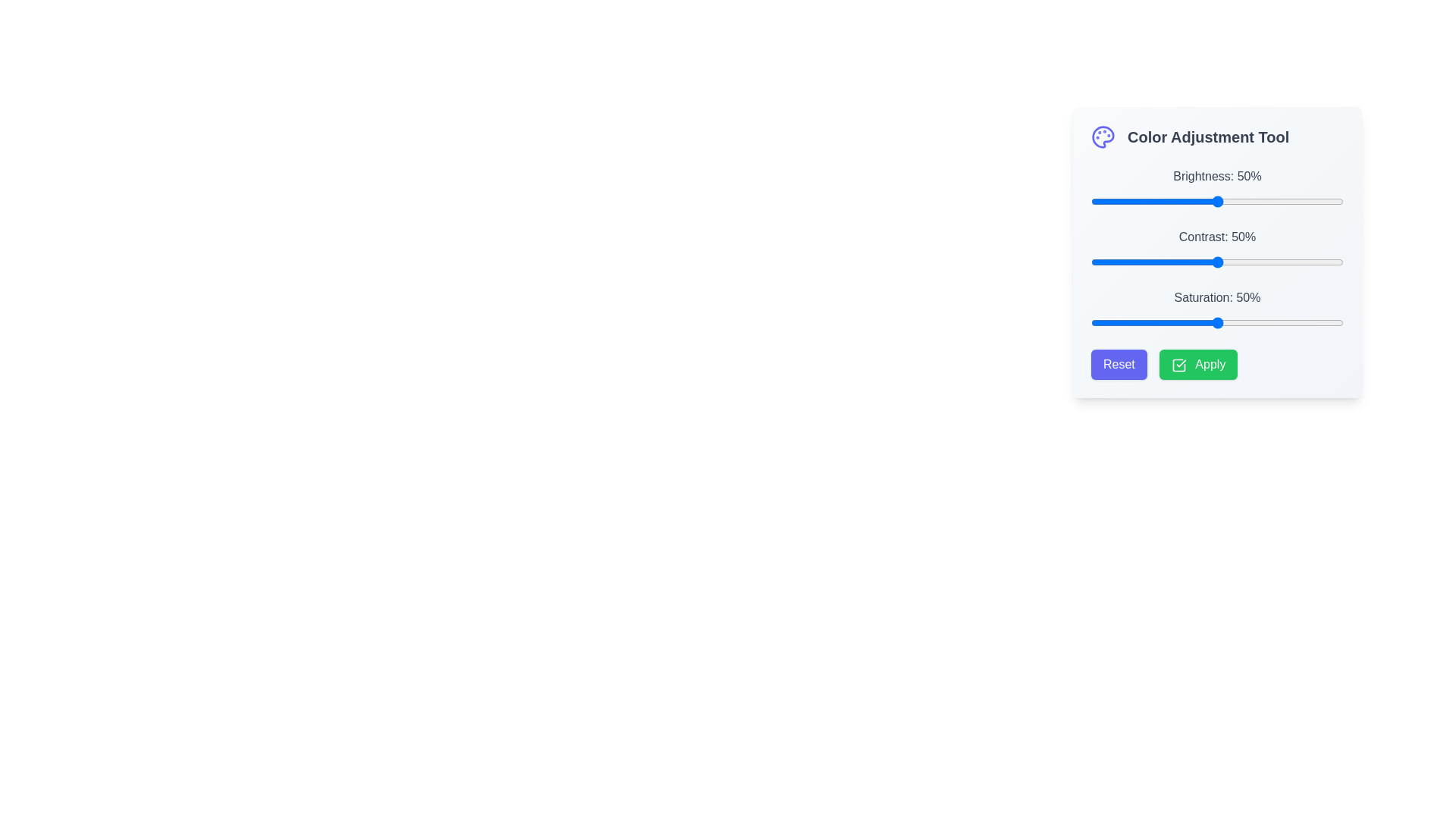 This screenshot has width=1456, height=819. Describe the element at coordinates (1232, 322) in the screenshot. I see `the slider` at that location.